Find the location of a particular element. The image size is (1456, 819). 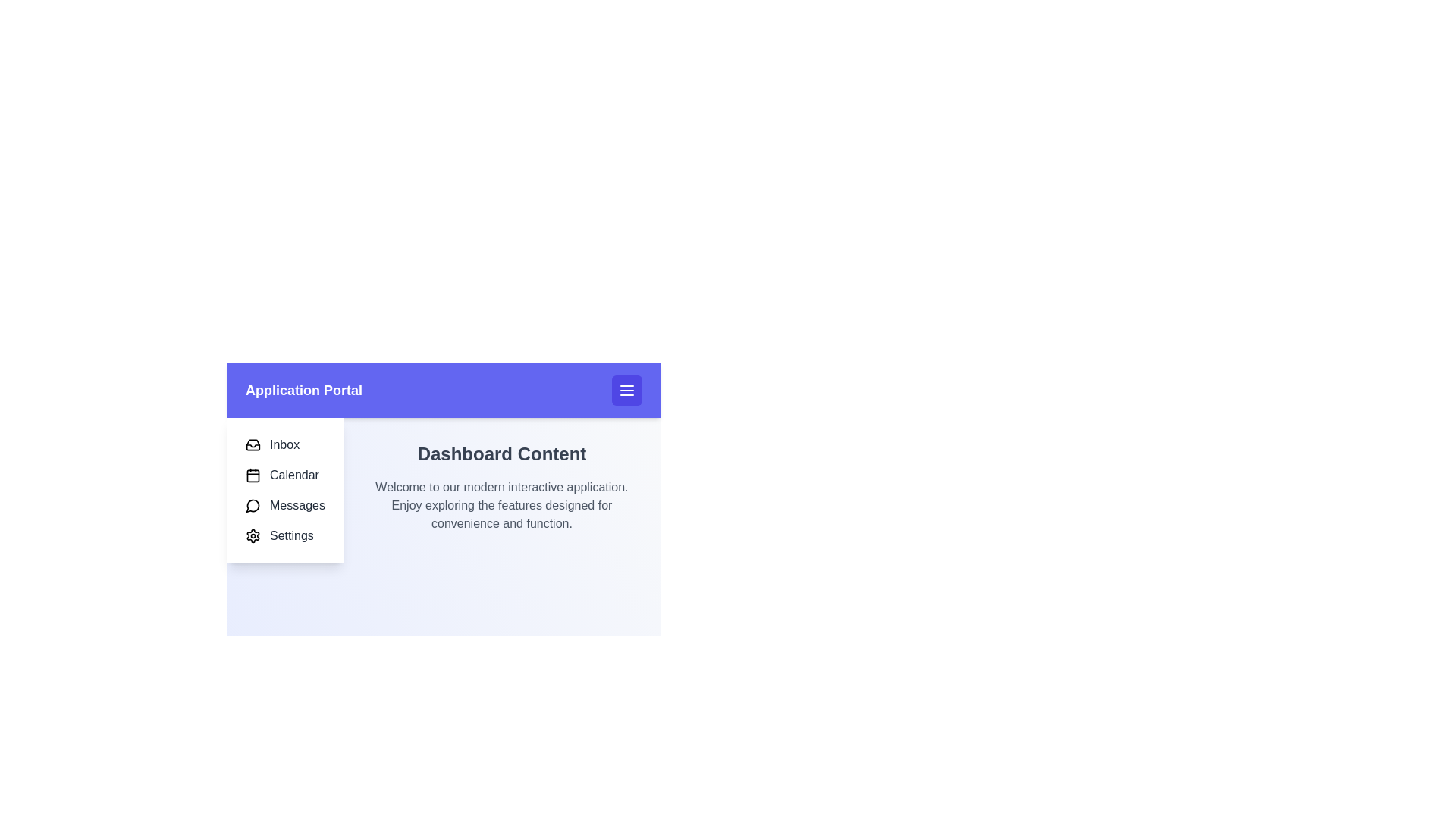

the rectangular graphic component within the calendar icon located in the left-hand navigation bar under the 'Calendar' label is located at coordinates (253, 475).